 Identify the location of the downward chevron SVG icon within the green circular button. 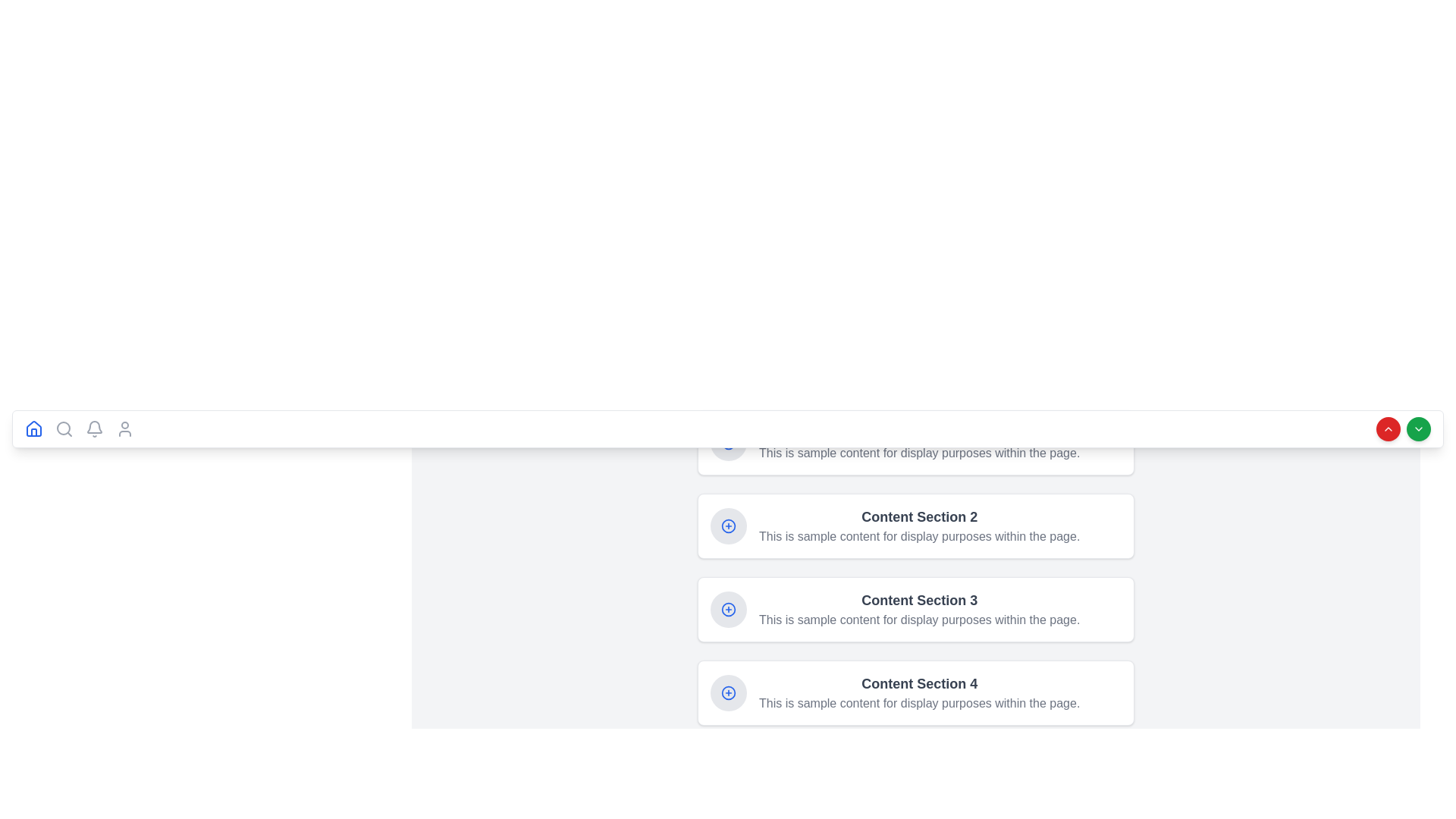
(1418, 429).